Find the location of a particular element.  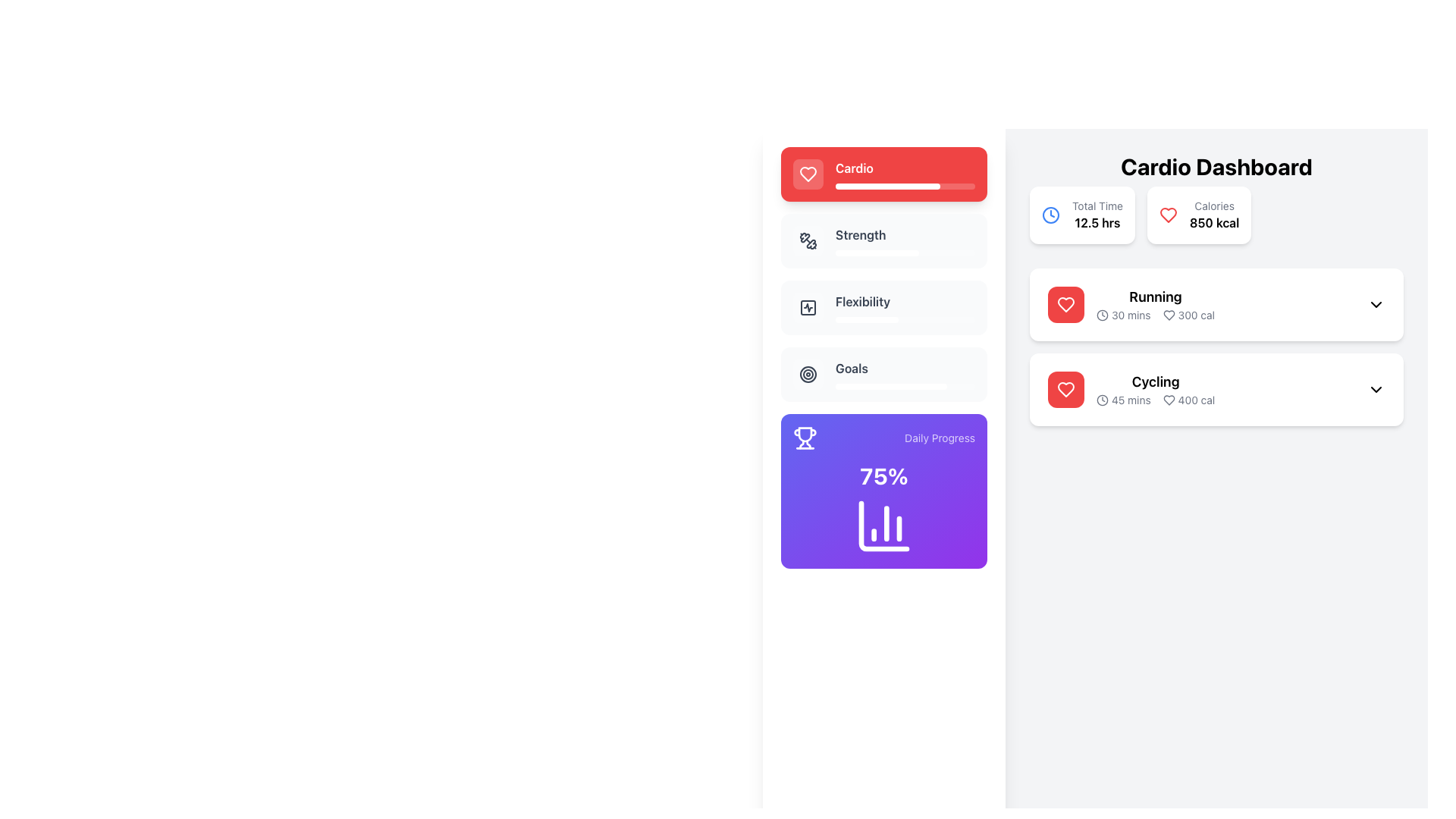

the heart-shaped icon outlined in grey is located at coordinates (1168, 400).